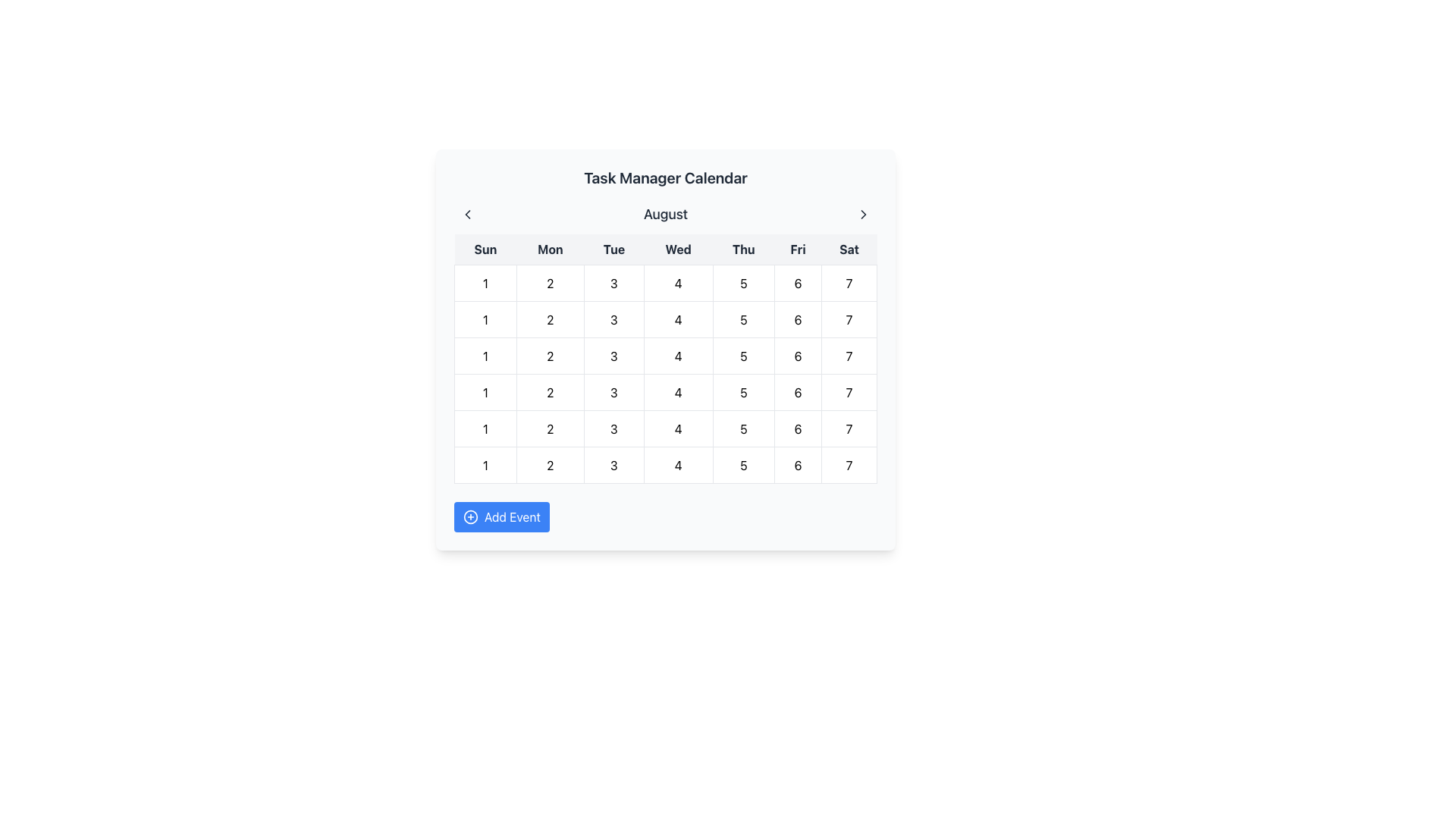 The image size is (1456, 819). I want to click on the grid cell element displaying the number '7' in the sixth row and seventh column of the calendar layout, which is aligned with the 'Sat' column, so click(849, 464).